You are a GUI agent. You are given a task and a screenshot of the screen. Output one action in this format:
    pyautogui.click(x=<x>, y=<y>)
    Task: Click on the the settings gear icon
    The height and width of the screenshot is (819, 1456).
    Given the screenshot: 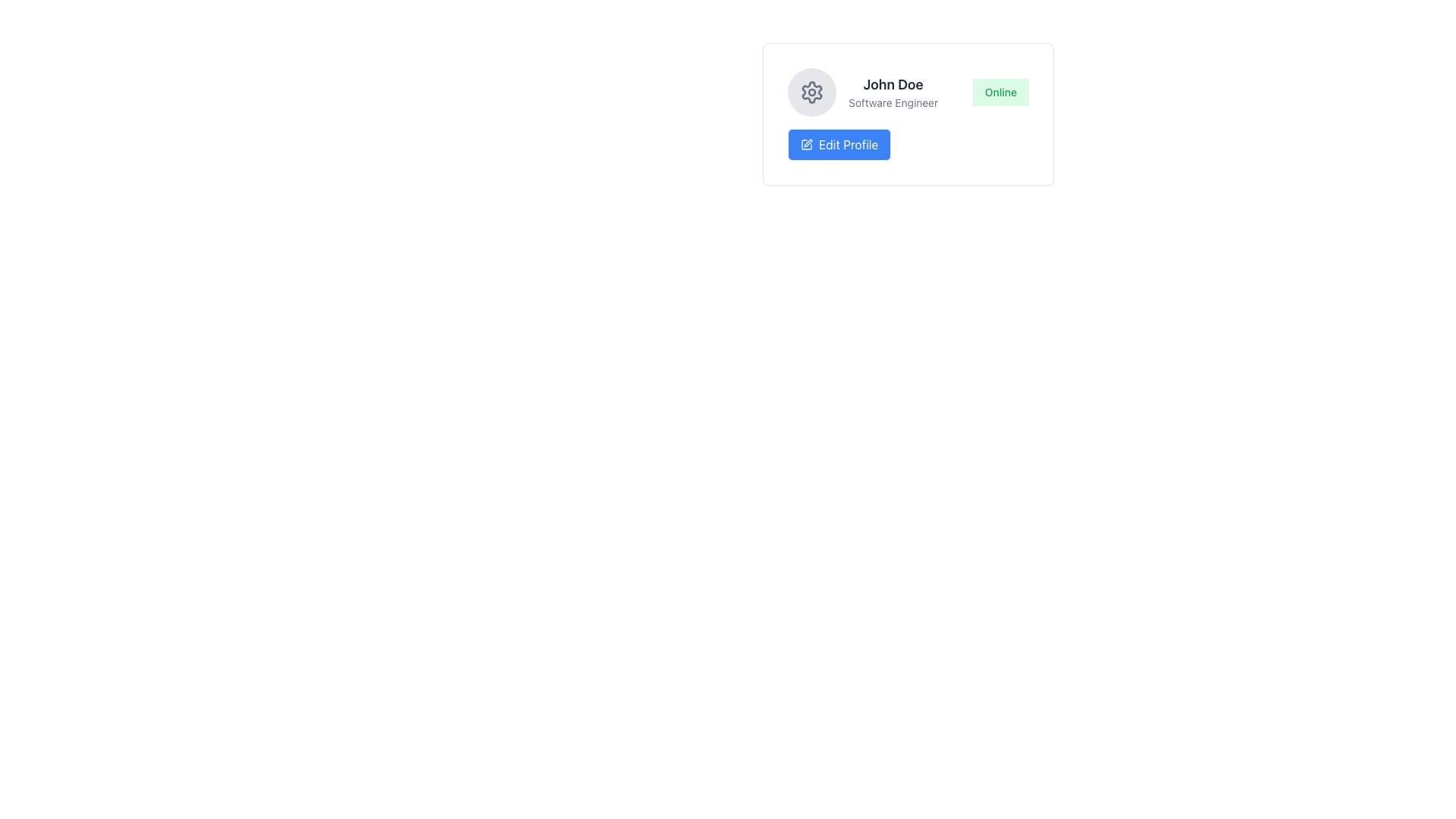 What is the action you would take?
    pyautogui.click(x=811, y=91)
    